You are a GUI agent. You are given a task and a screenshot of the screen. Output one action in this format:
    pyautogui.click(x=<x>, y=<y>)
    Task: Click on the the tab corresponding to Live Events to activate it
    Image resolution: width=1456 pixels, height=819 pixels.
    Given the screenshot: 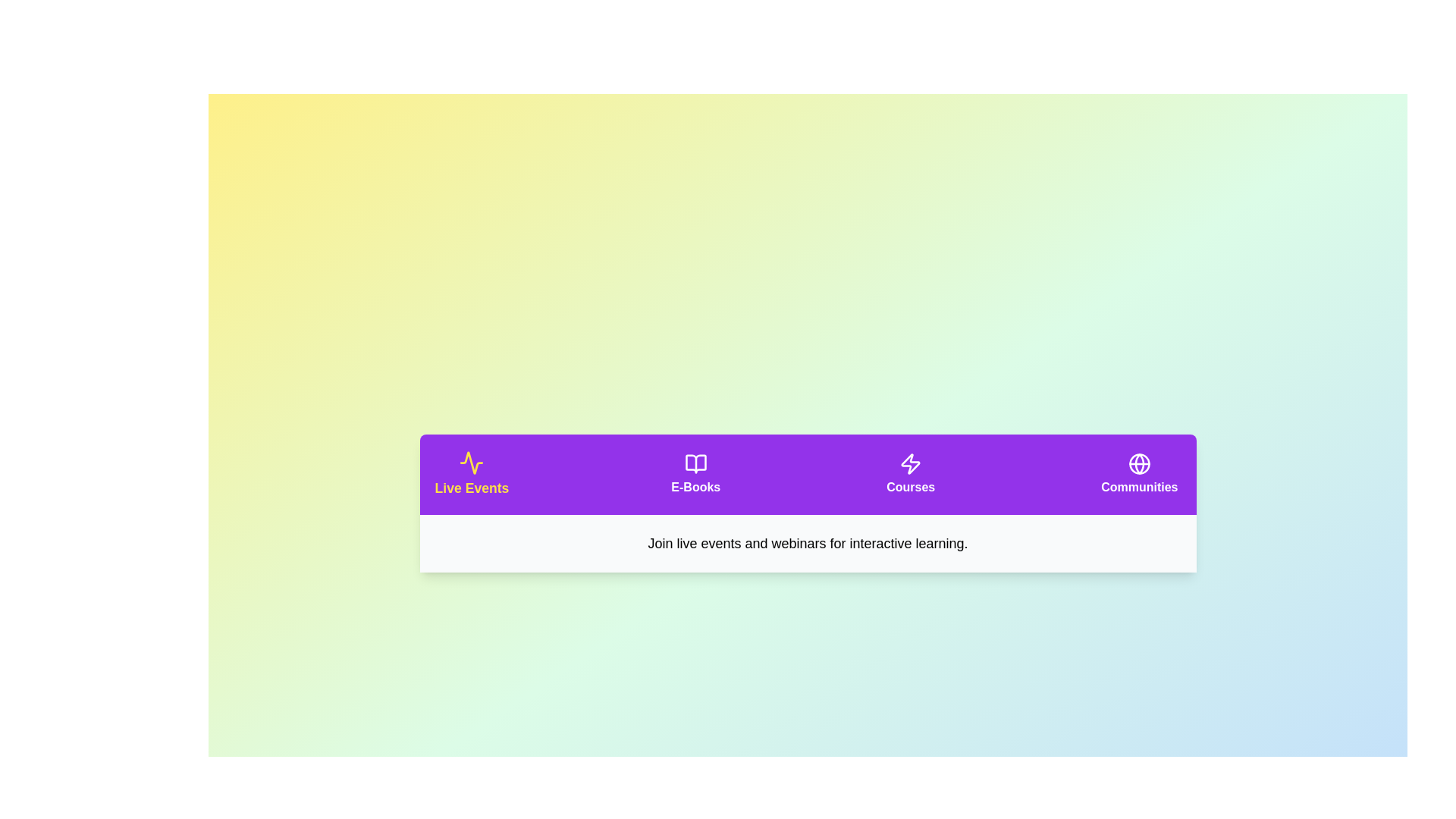 What is the action you would take?
    pyautogui.click(x=470, y=473)
    